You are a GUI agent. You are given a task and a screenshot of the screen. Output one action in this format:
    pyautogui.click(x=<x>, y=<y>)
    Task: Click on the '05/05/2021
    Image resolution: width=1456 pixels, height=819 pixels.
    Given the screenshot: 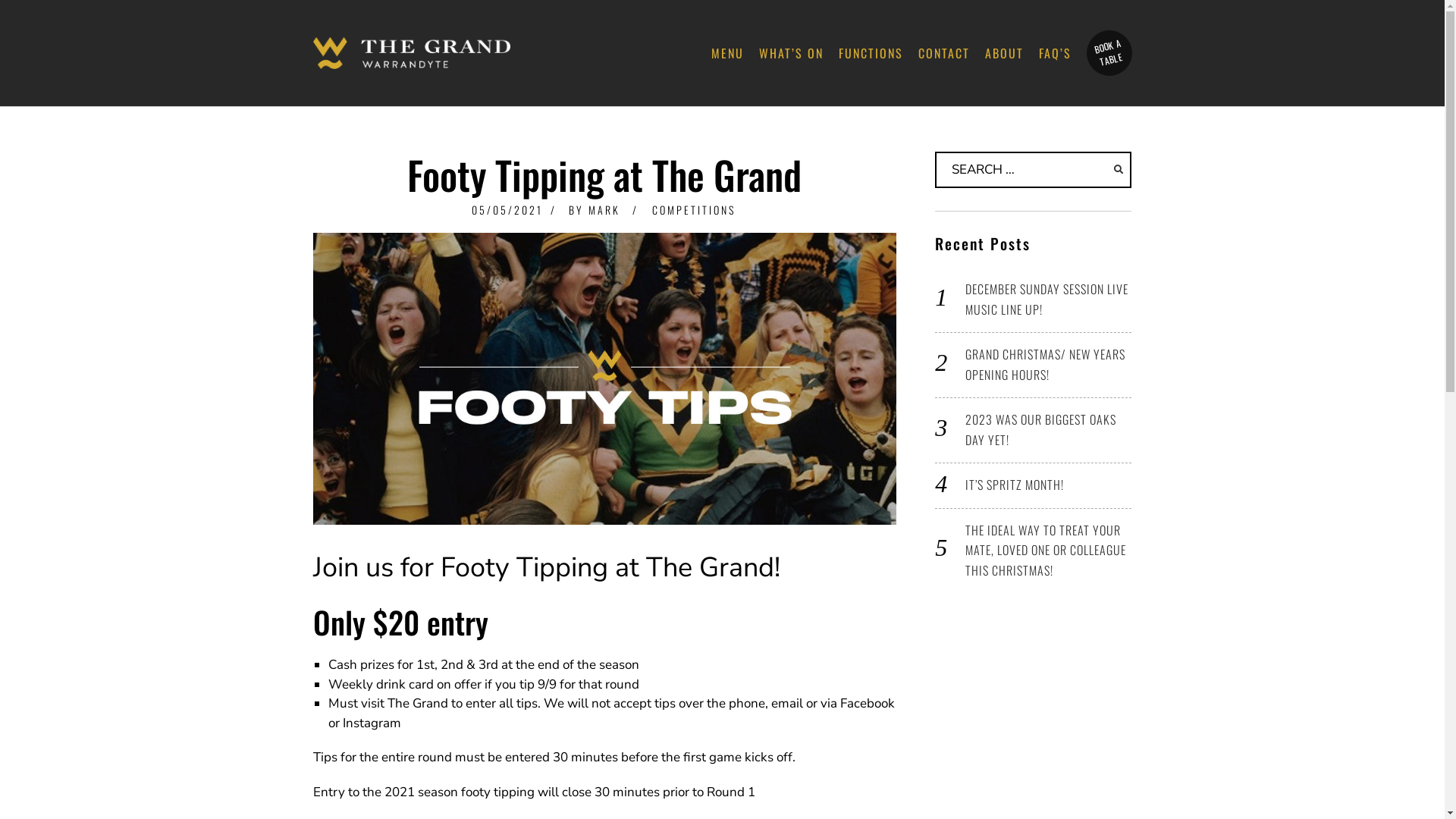 What is the action you would take?
    pyautogui.click(x=507, y=209)
    